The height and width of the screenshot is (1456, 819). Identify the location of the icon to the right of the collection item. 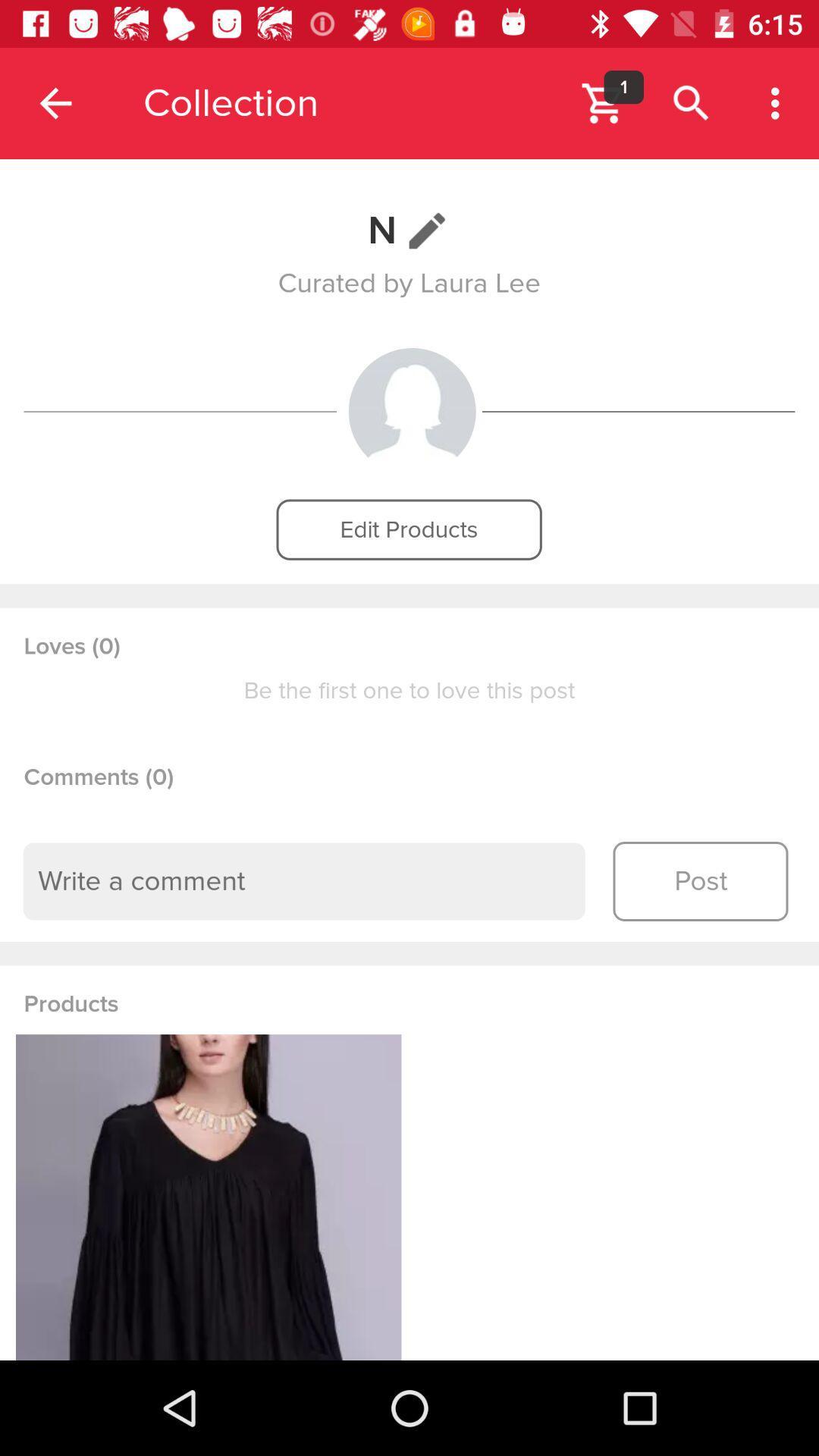
(603, 102).